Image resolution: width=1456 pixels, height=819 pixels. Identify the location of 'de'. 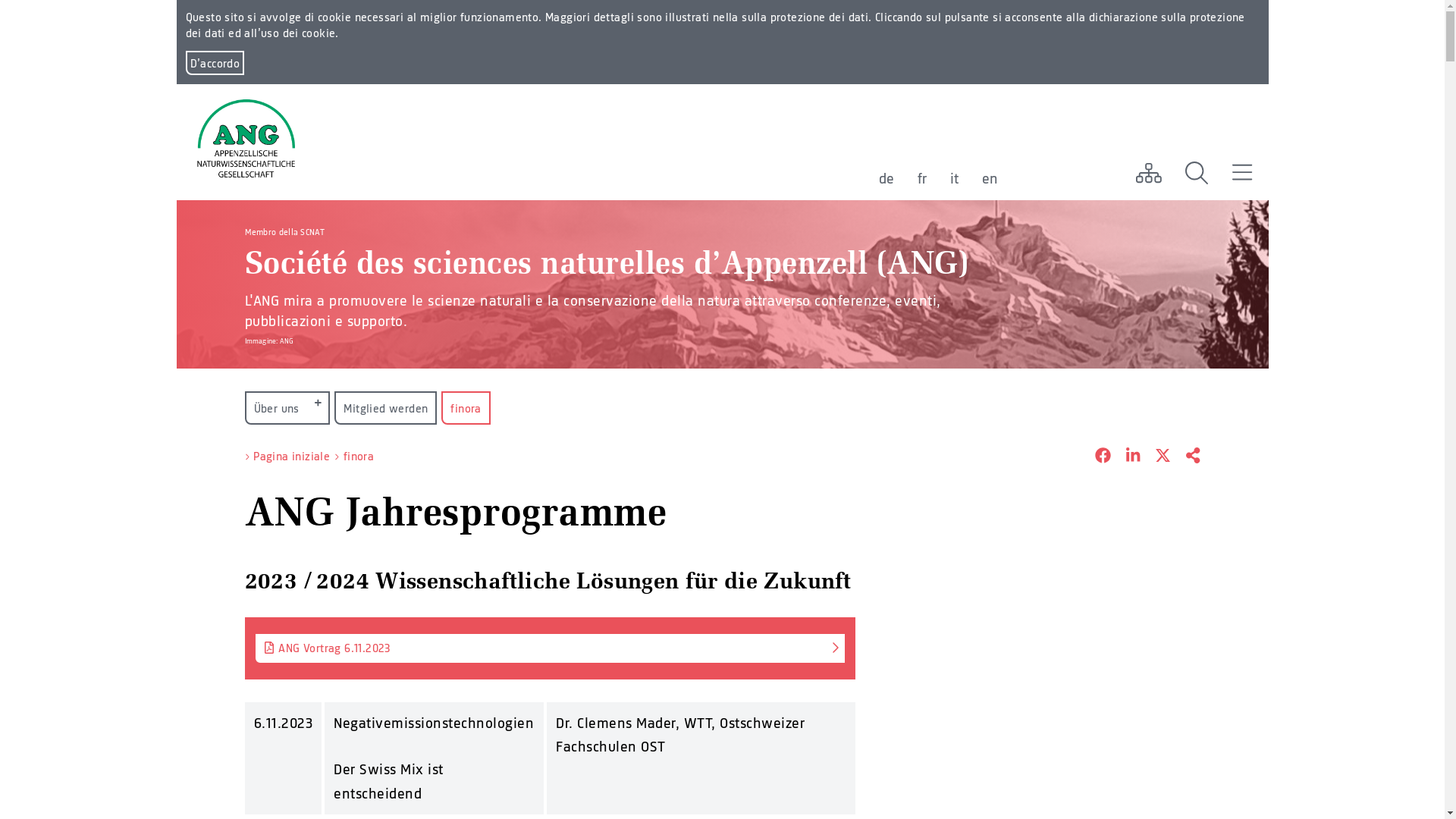
(886, 177).